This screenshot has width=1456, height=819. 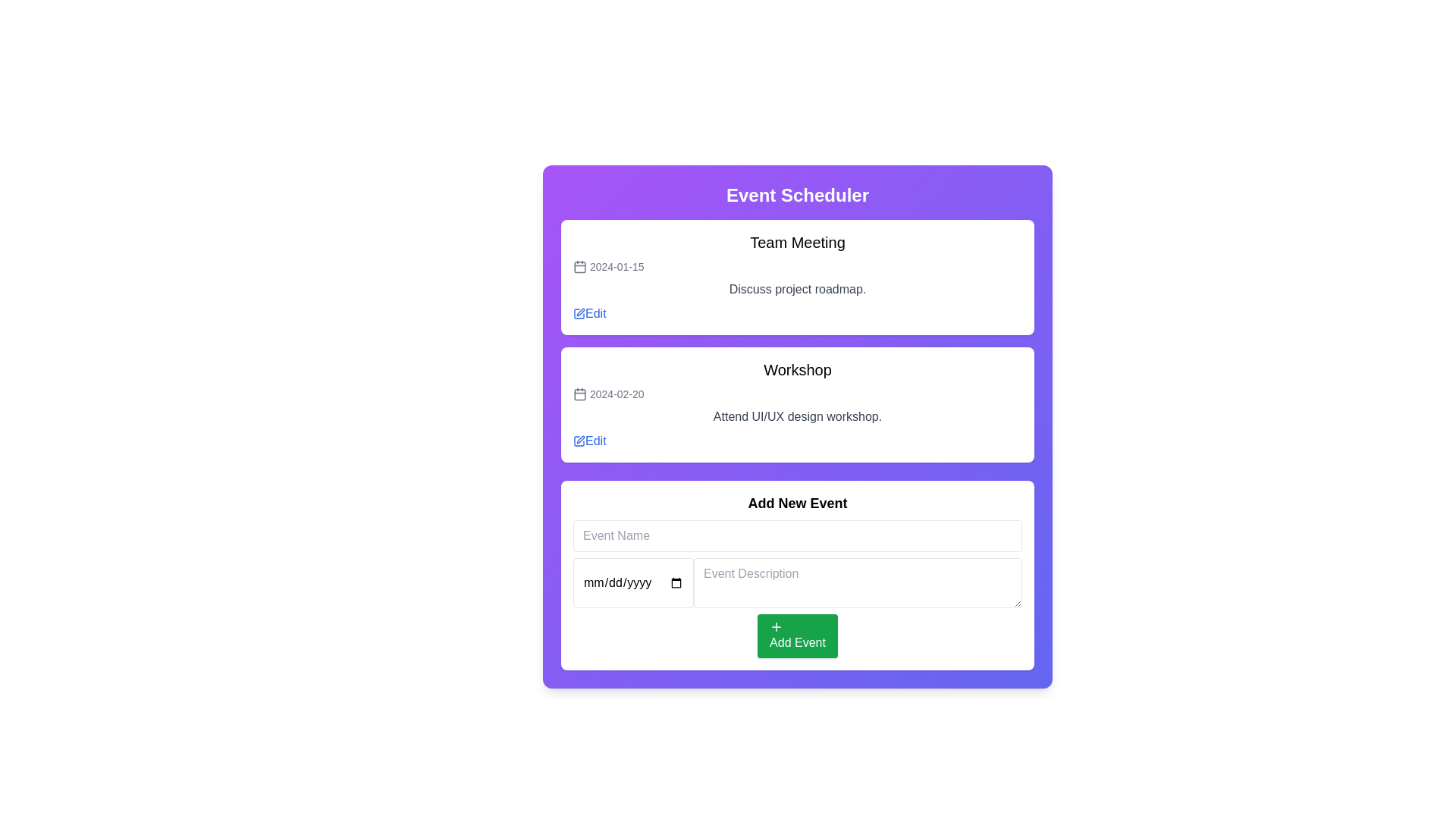 What do you see at coordinates (578, 312) in the screenshot?
I see `the graphical icon that symbolizes an action related to modifying or editing an item, located within the edit button of the first event listed` at bounding box center [578, 312].